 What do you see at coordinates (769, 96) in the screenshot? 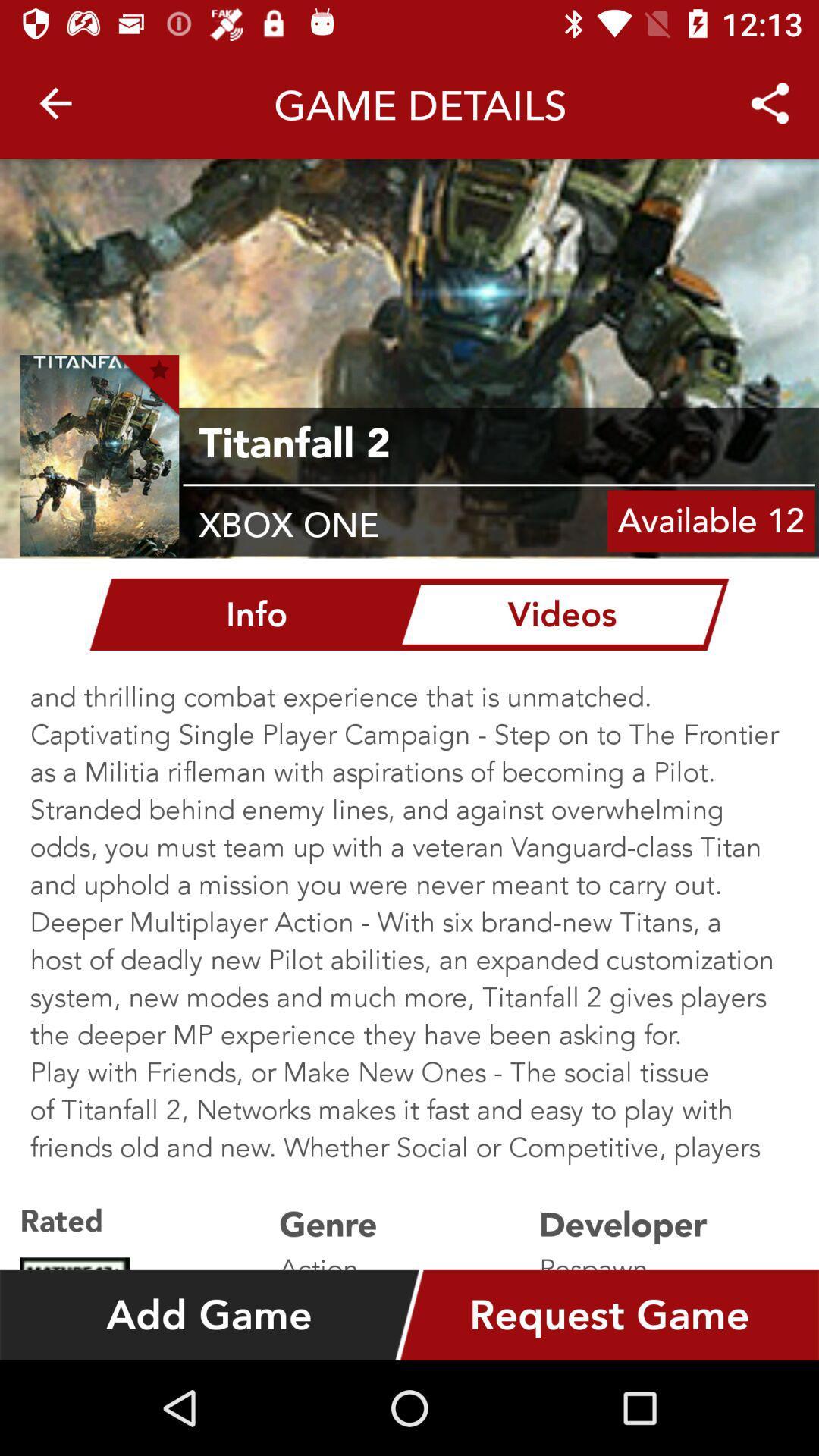
I see `the share icon` at bounding box center [769, 96].